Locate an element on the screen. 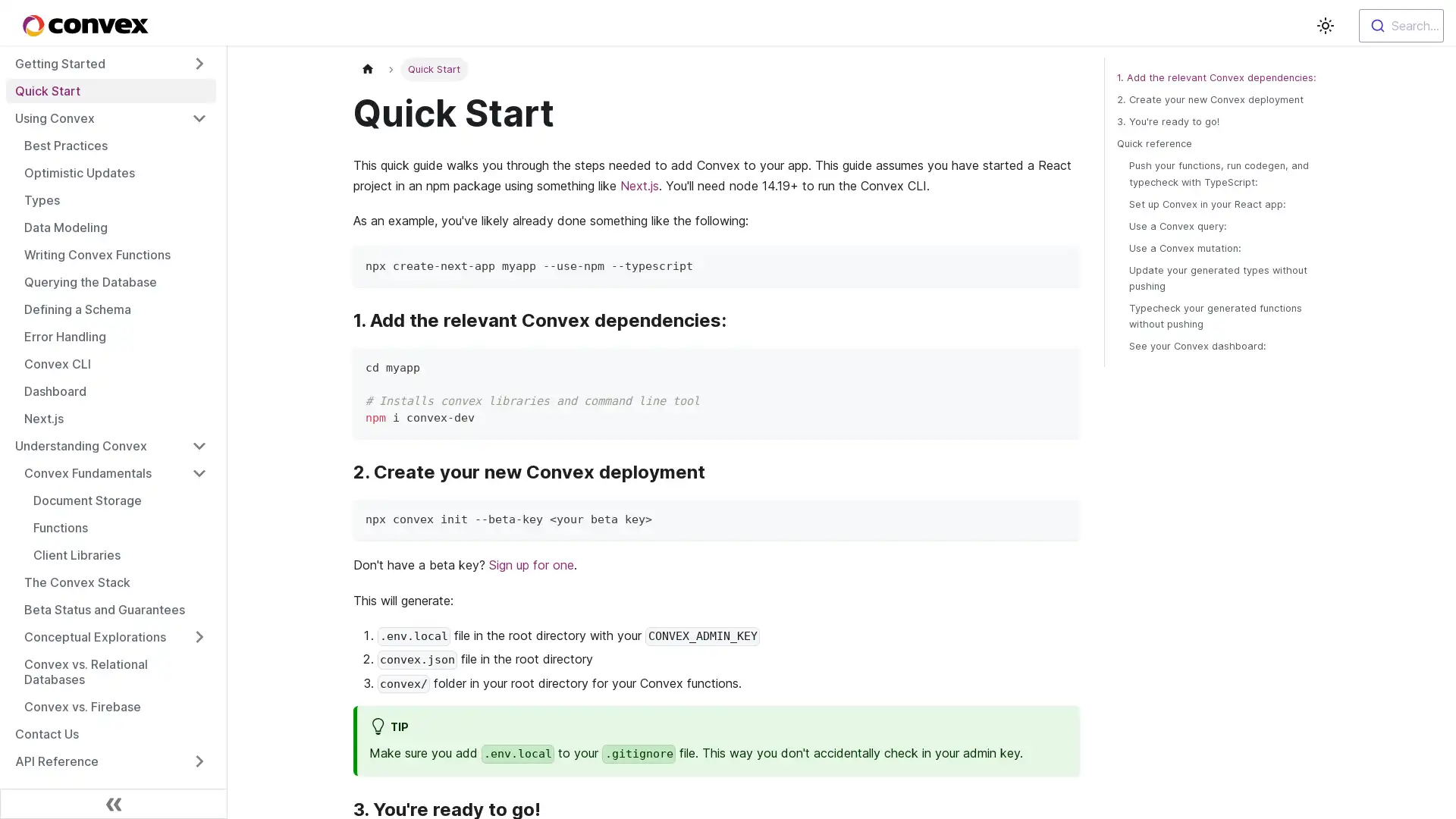 This screenshot has width=1456, height=819. Toggle the collapsible sidebar category 'API Reference' is located at coordinates (199, 761).